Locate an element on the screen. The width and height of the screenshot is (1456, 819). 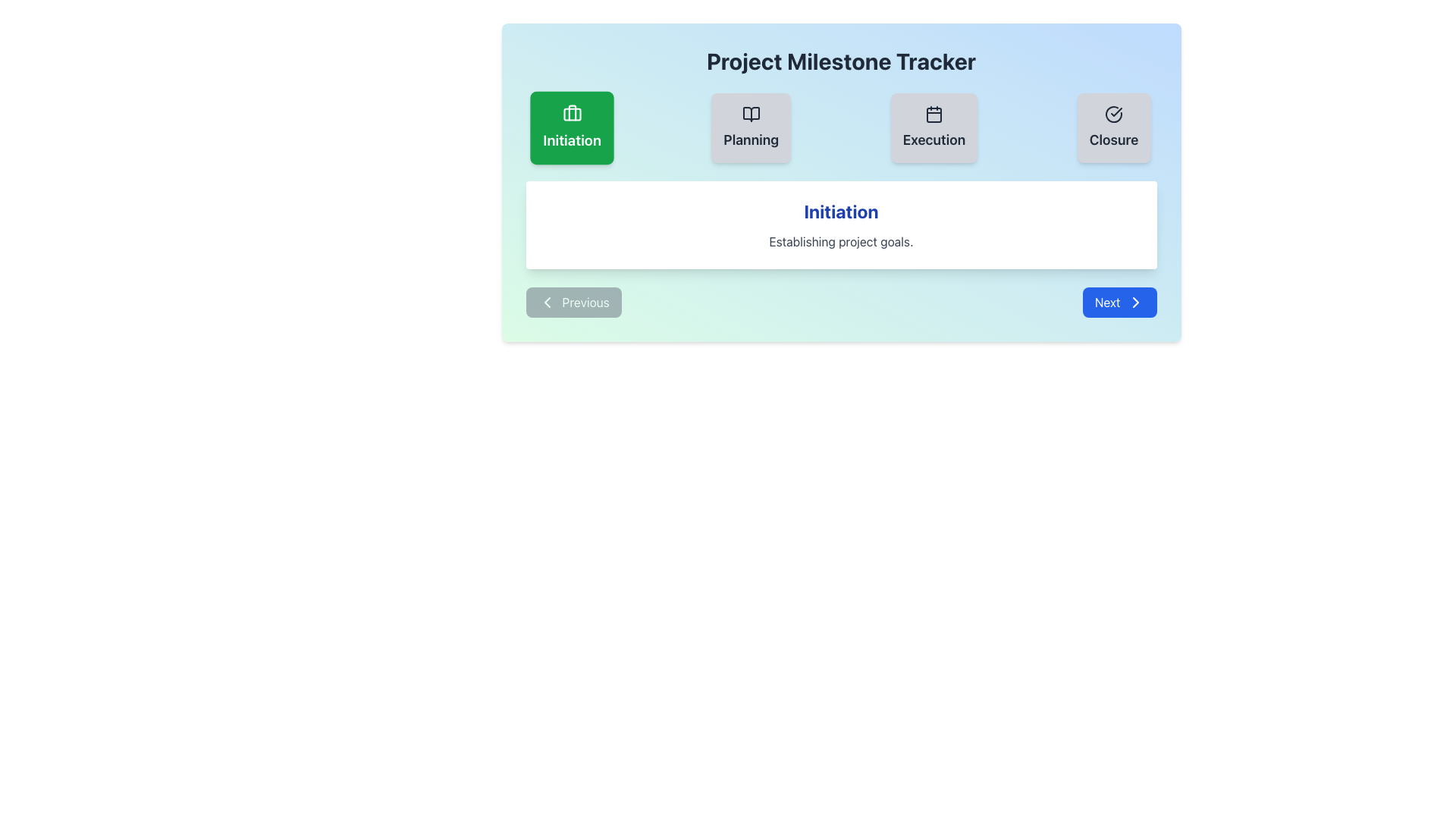
the static text label representing the 'Execution' phase in the Project Milestone Tracker, located between 'Planning' and 'Closure' is located at coordinates (933, 140).